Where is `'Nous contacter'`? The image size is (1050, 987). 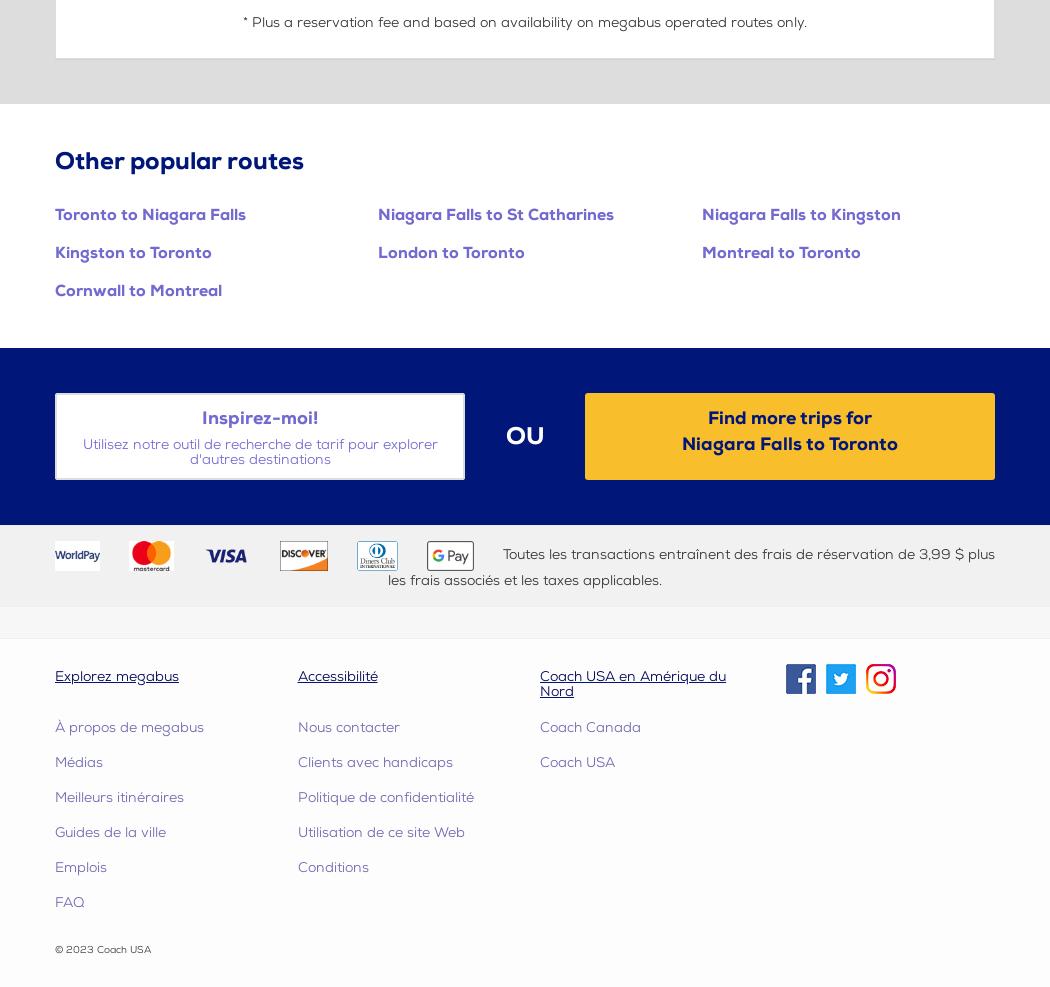 'Nous contacter' is located at coordinates (296, 725).